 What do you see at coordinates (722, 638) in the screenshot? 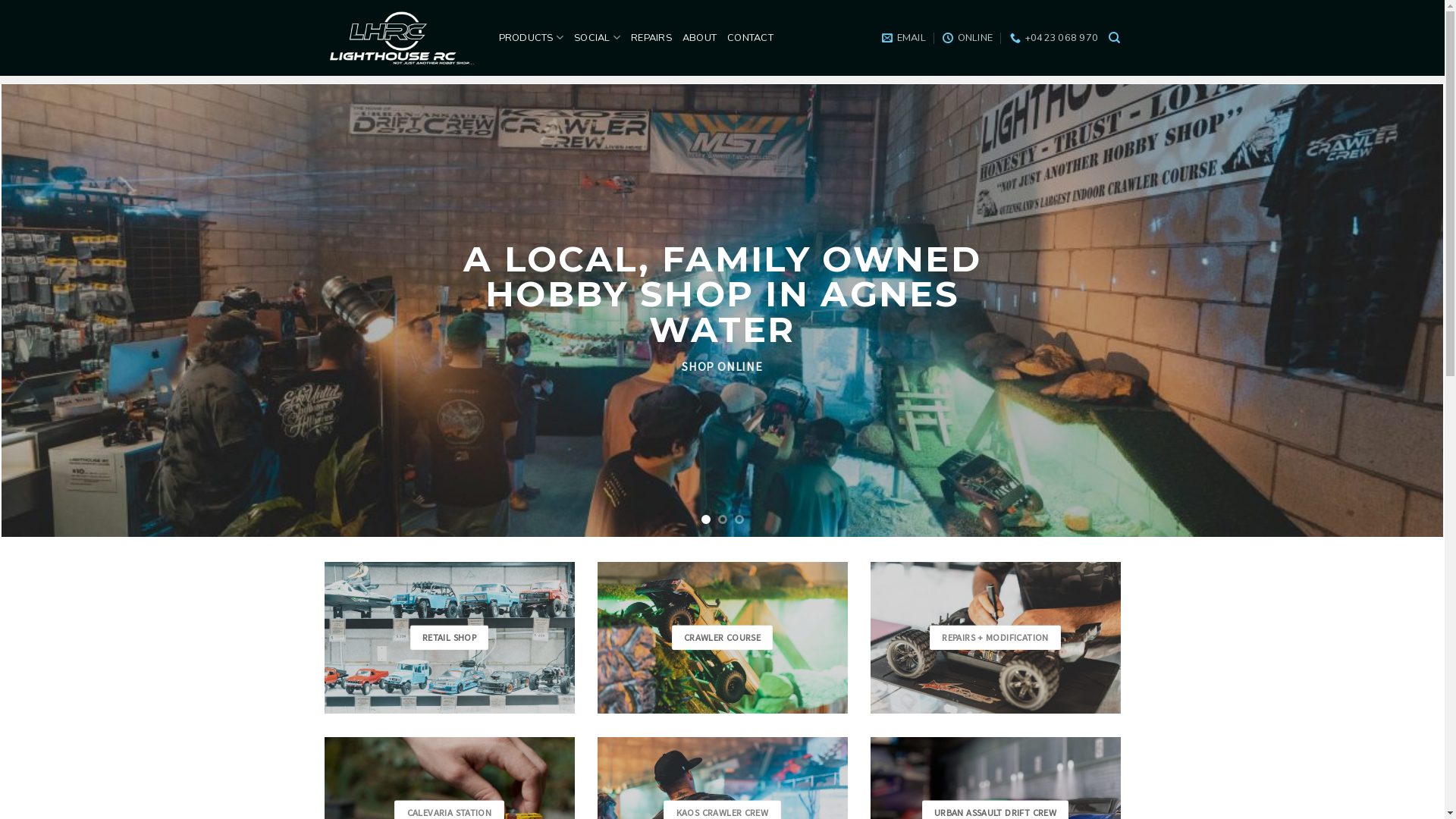
I see `'CRAWLER COURSE'` at bounding box center [722, 638].